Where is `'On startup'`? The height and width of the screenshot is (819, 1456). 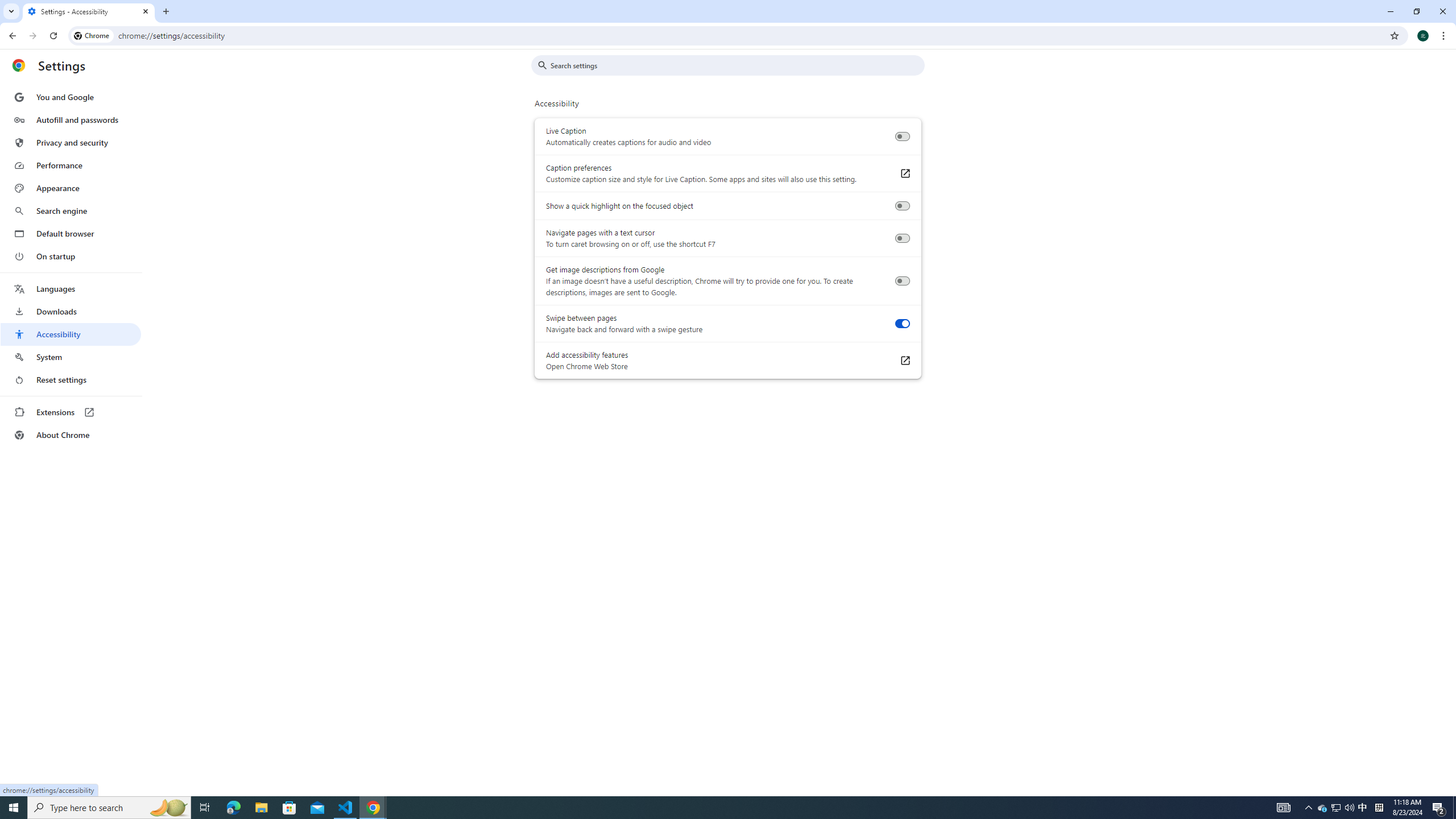
'On startup' is located at coordinates (70, 255).